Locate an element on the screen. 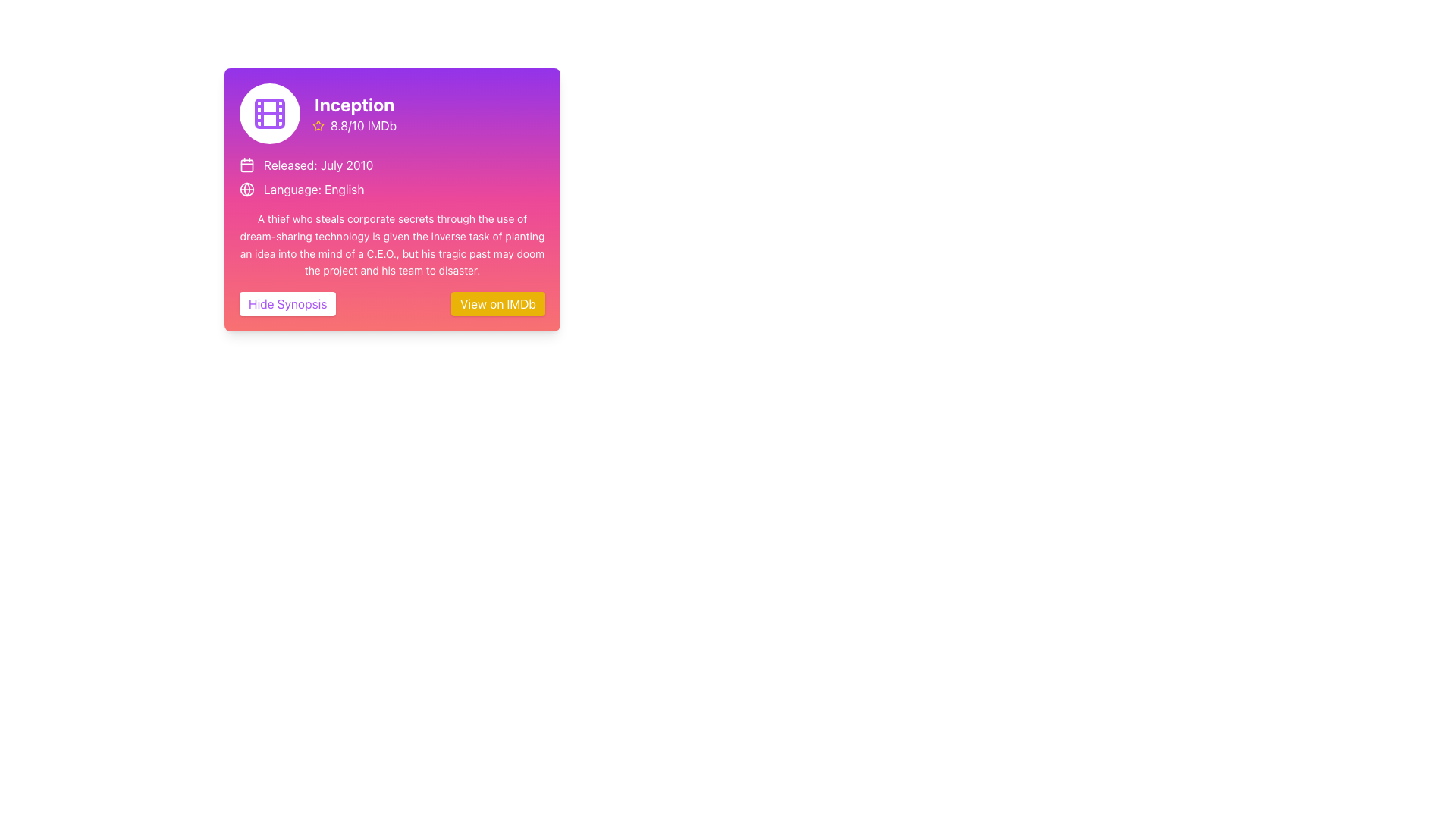 Image resolution: width=1456 pixels, height=819 pixels. the centered rectangular element with a purple outline located within the film strip icon at the top-left corner of the card layout is located at coordinates (269, 113).